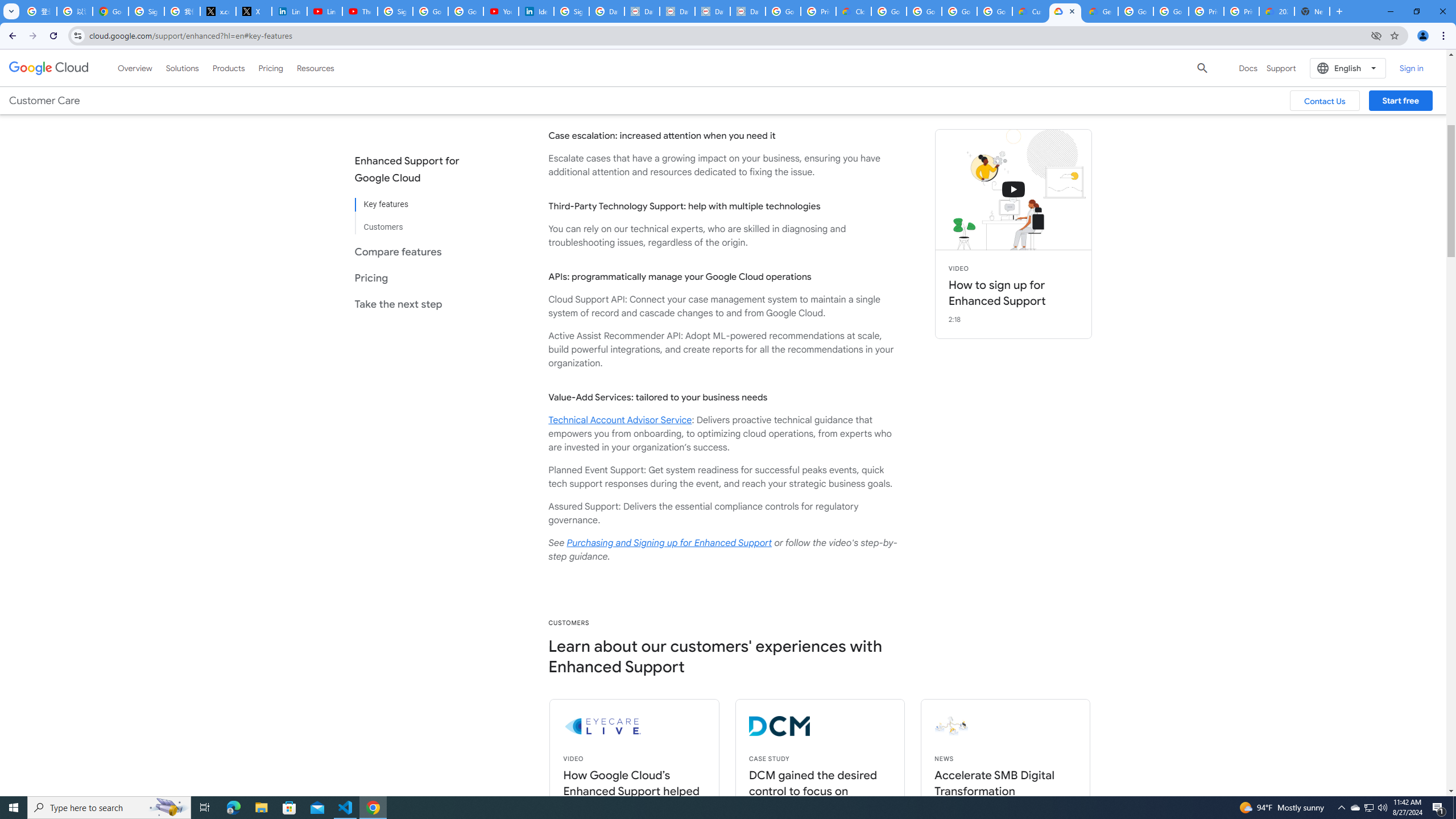 The image size is (1456, 819). I want to click on 'Take the next step', so click(416, 303).